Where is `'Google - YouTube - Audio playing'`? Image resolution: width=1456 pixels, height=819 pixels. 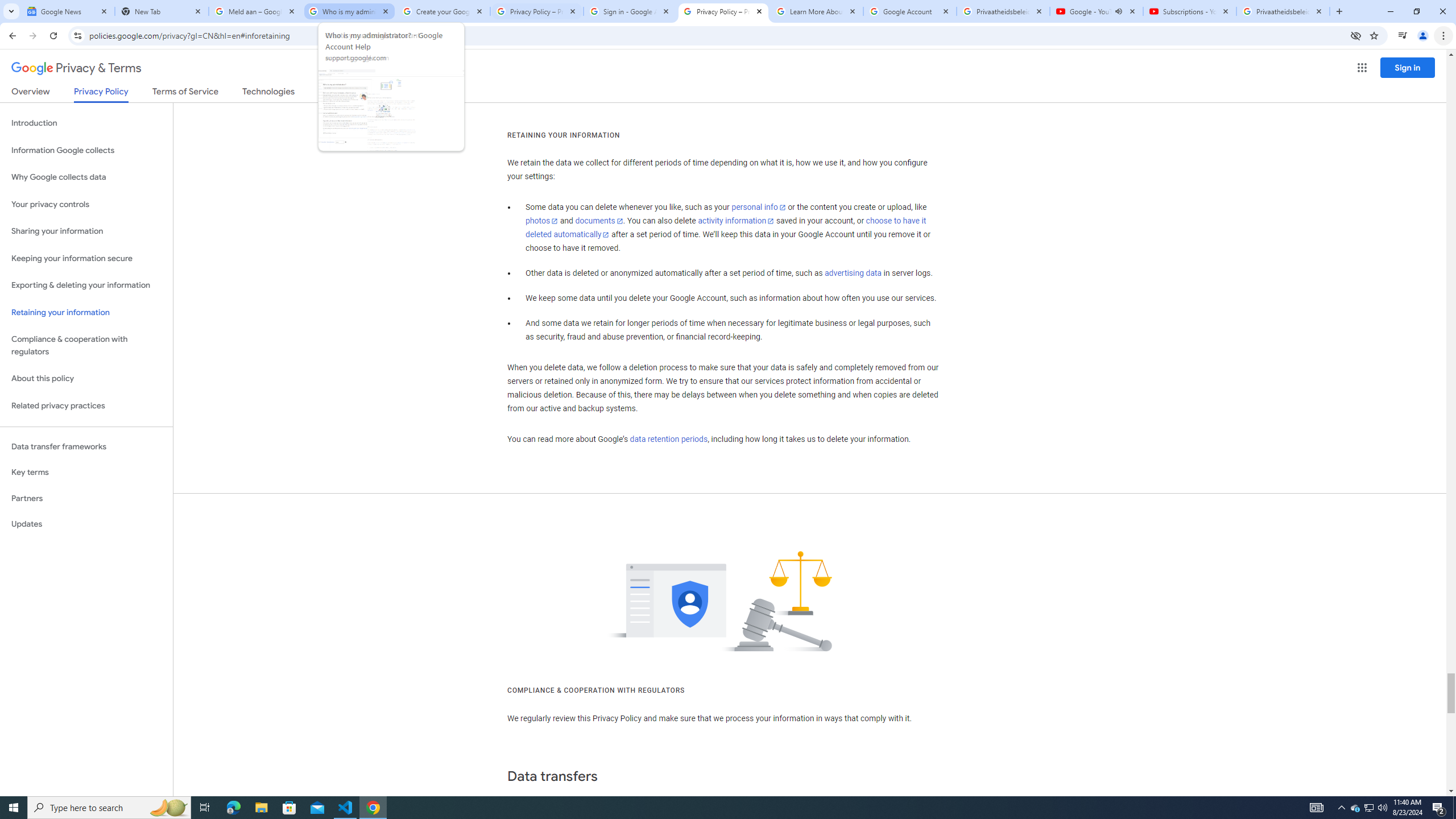
'Google - YouTube - Audio playing' is located at coordinates (1097, 11).